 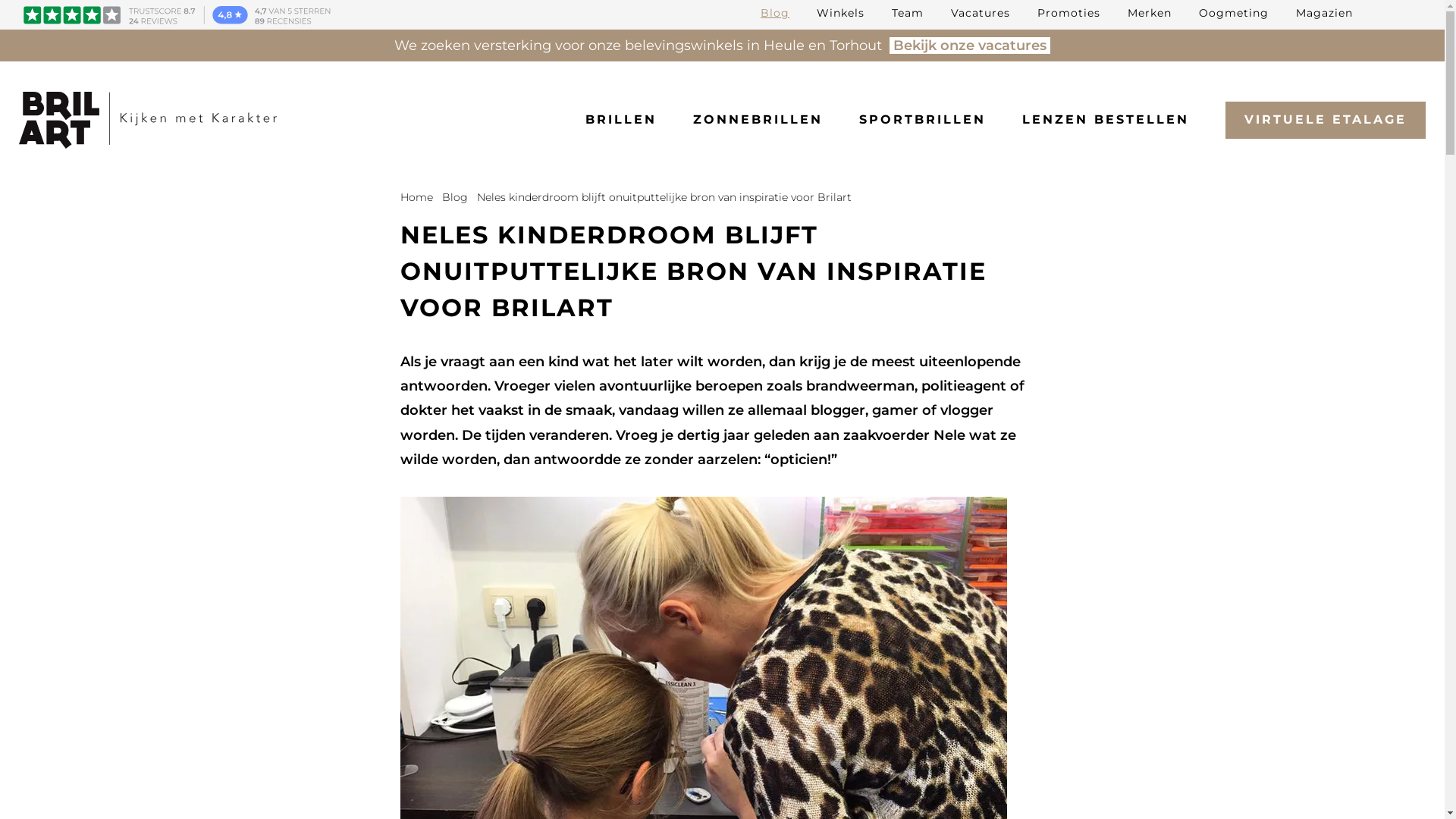 I want to click on 'Team', so click(x=907, y=12).